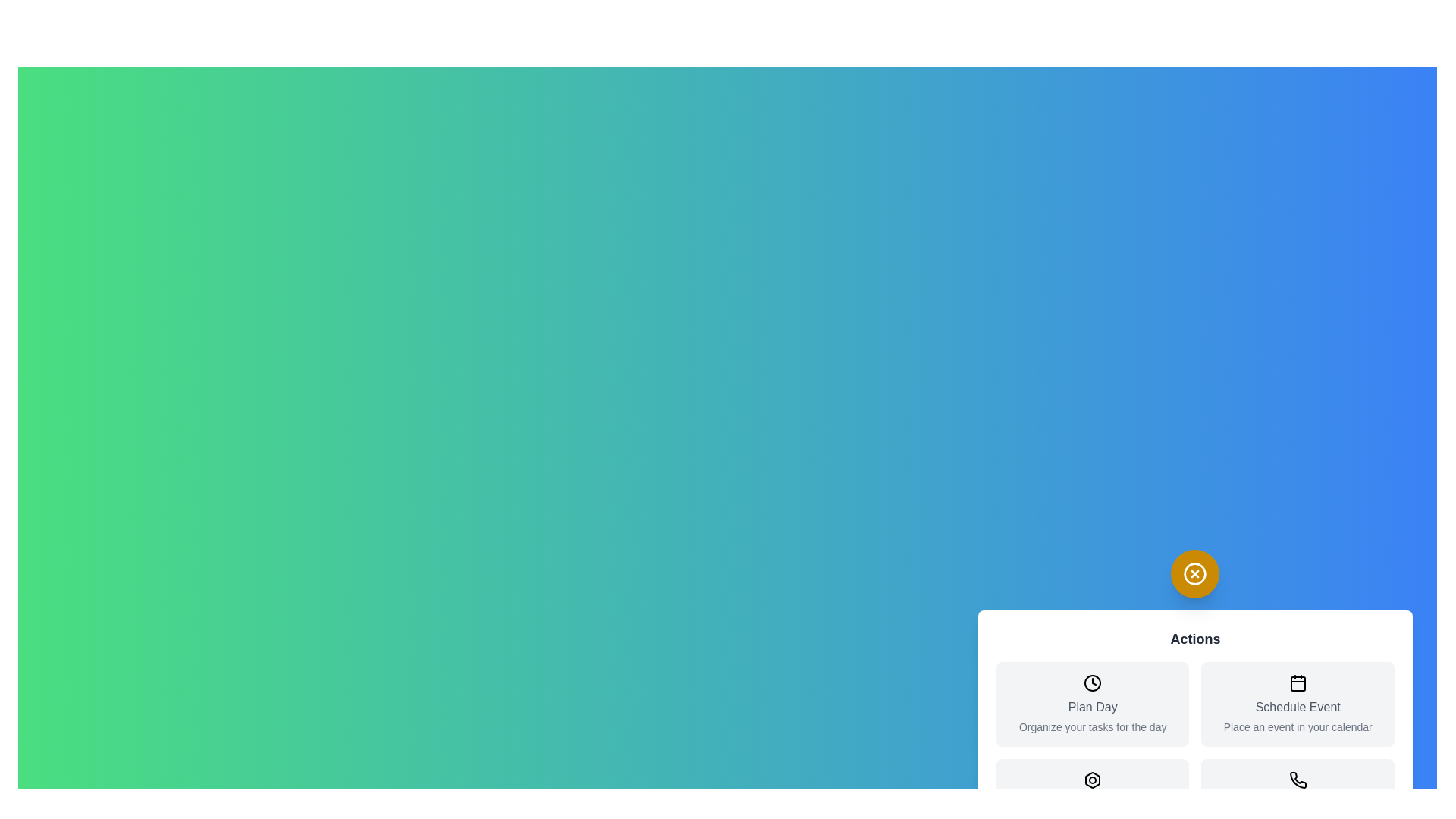 The image size is (1456, 819). Describe the element at coordinates (1092, 800) in the screenshot. I see `the action item Quick Access from the menu` at that location.